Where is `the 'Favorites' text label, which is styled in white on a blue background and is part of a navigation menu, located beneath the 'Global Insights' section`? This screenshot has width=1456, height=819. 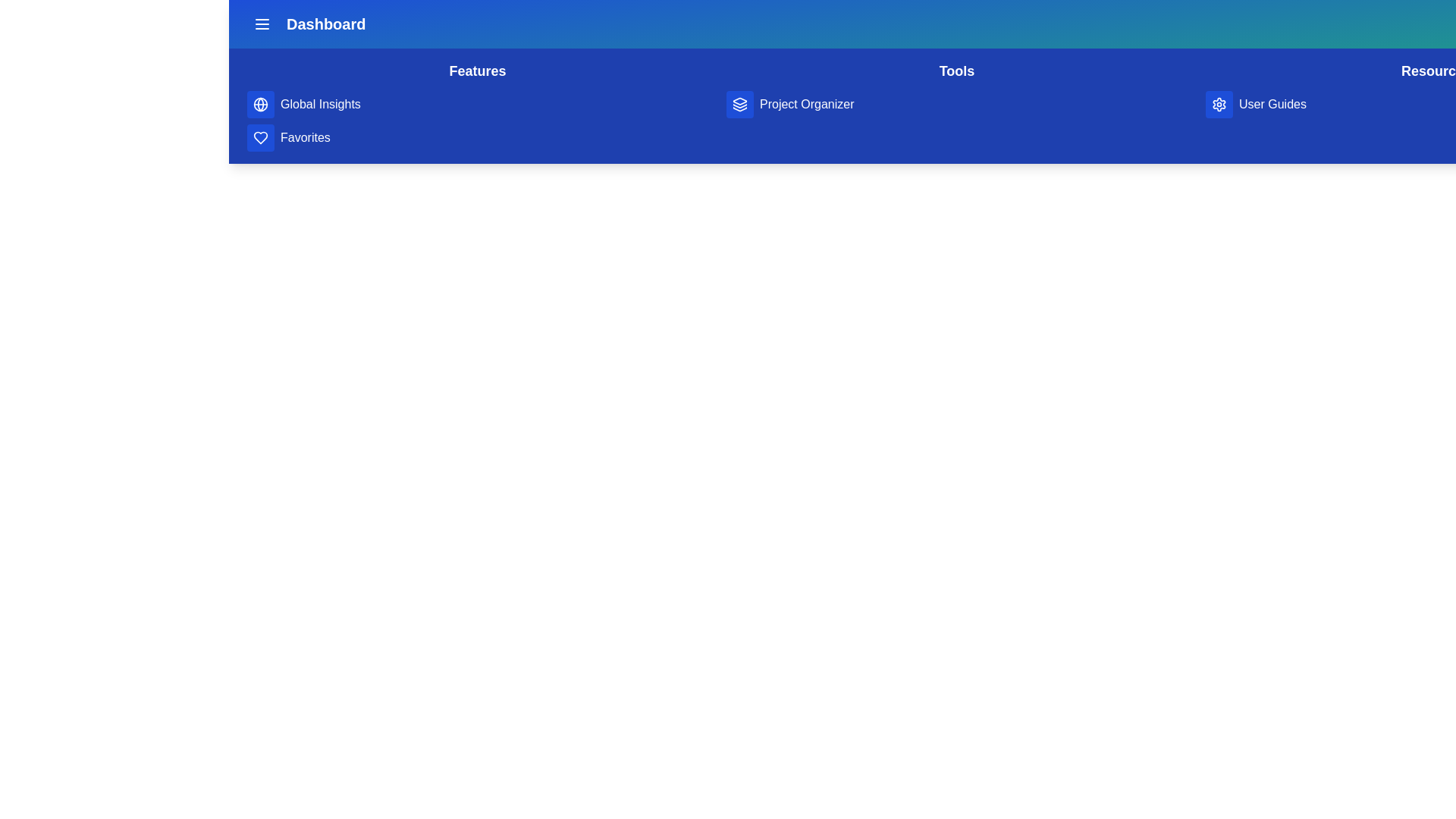 the 'Favorites' text label, which is styled in white on a blue background and is part of a navigation menu, located beneath the 'Global Insights' section is located at coordinates (304, 137).